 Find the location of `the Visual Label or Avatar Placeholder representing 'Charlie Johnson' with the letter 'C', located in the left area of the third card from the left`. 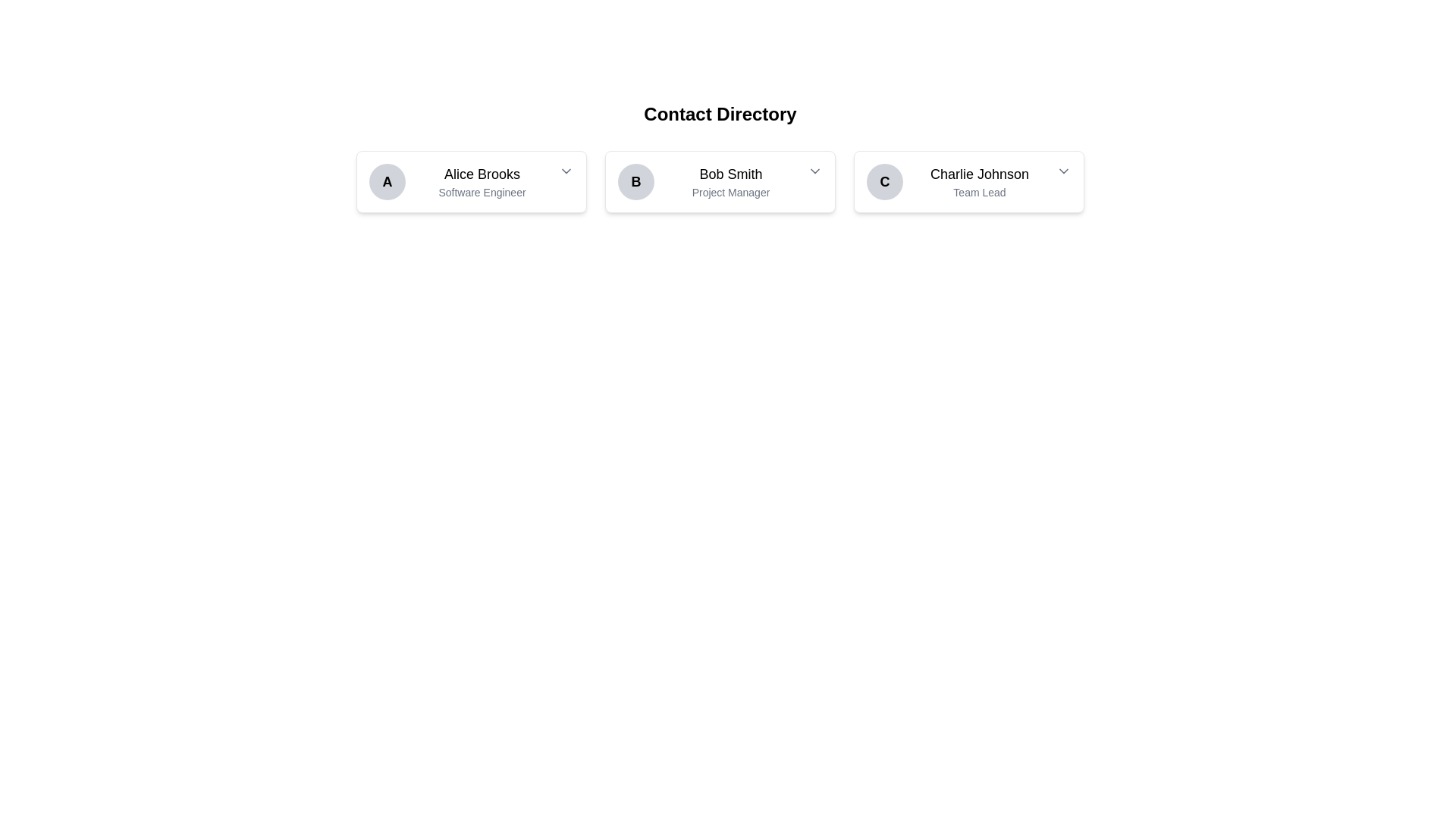

the Visual Label or Avatar Placeholder representing 'Charlie Johnson' with the letter 'C', located in the left area of the third card from the left is located at coordinates (884, 180).